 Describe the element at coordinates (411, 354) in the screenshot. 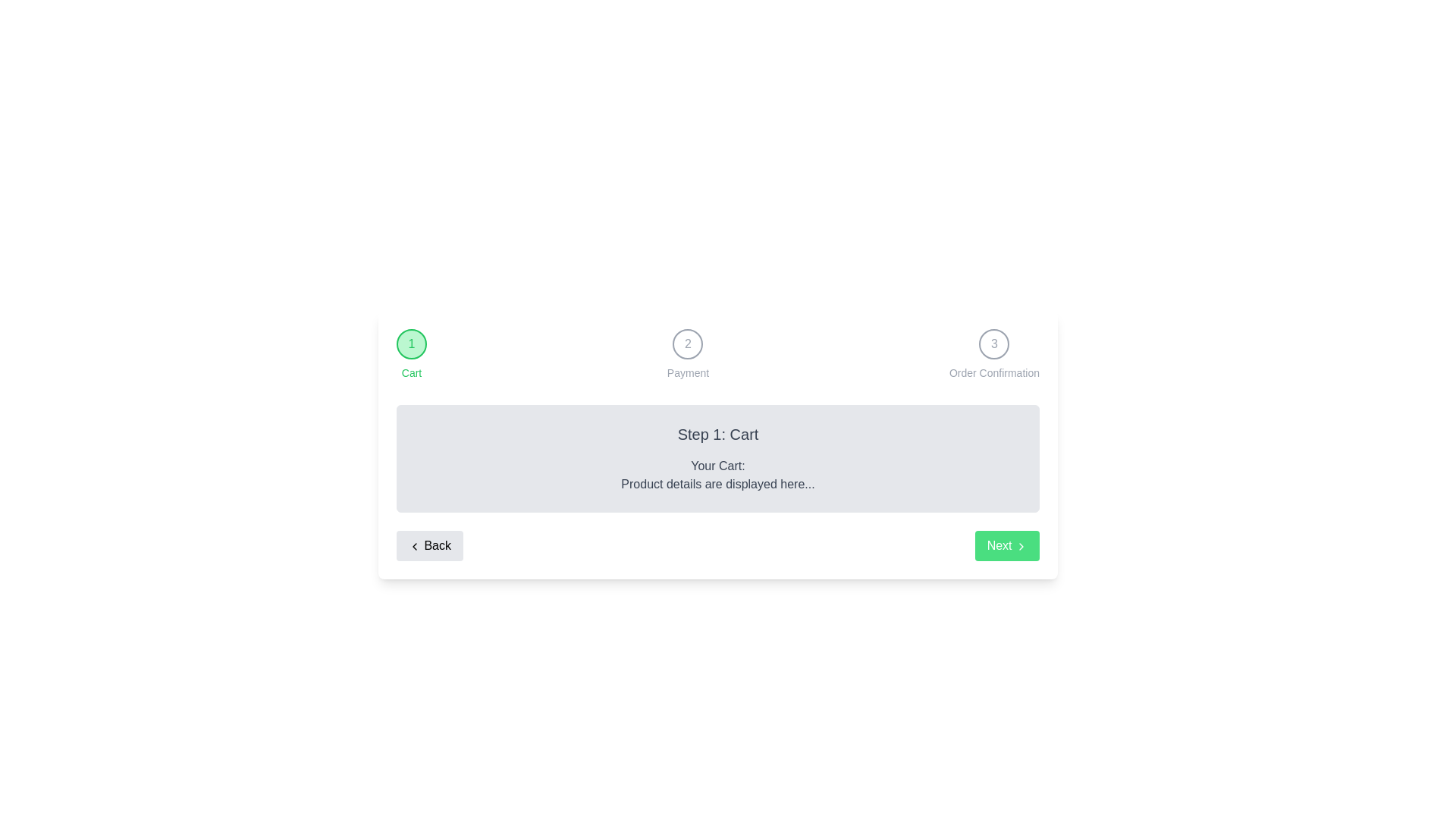

I see `the stepper elements: Cart` at that location.